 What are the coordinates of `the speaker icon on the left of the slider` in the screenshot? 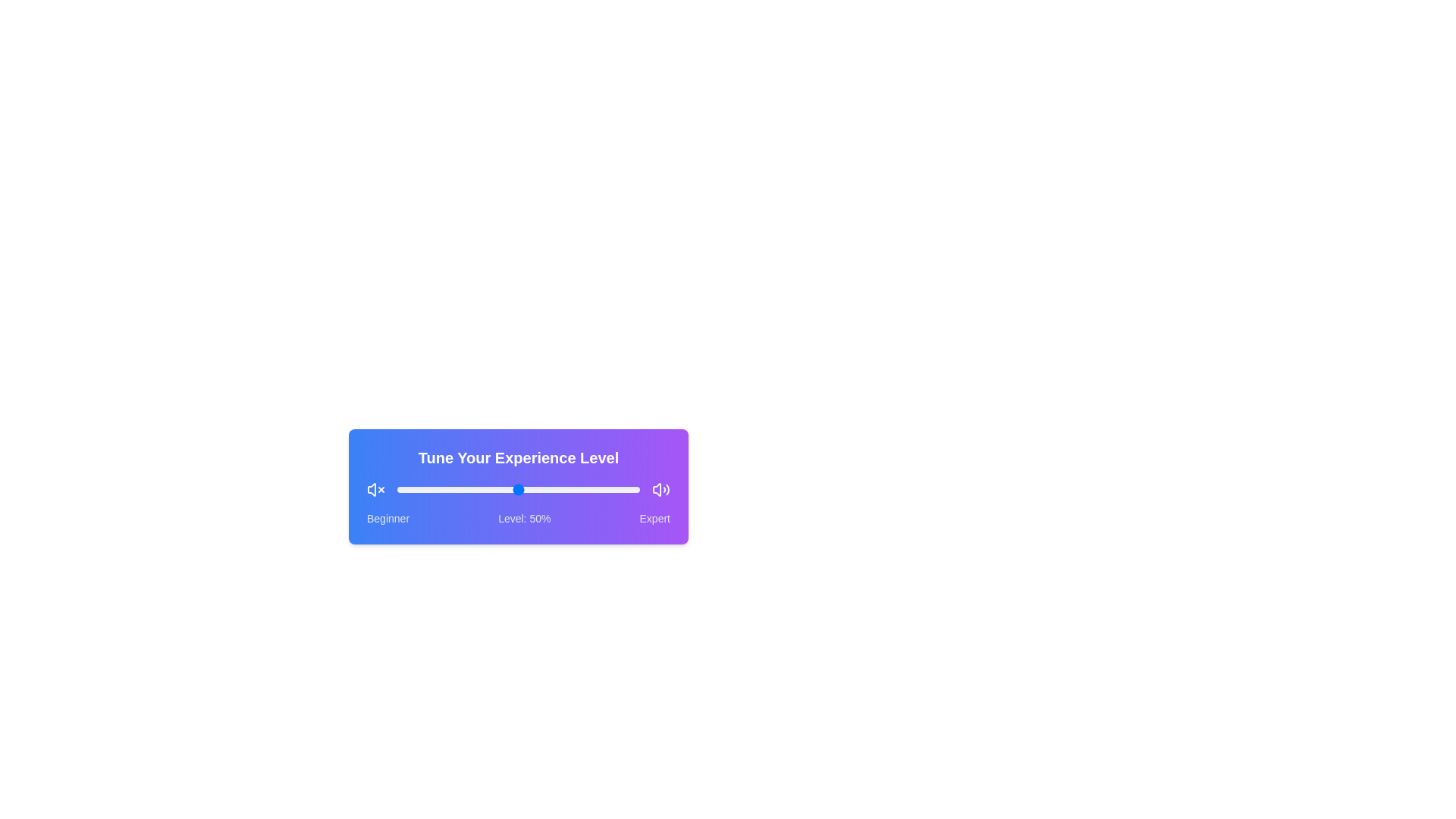 It's located at (375, 489).